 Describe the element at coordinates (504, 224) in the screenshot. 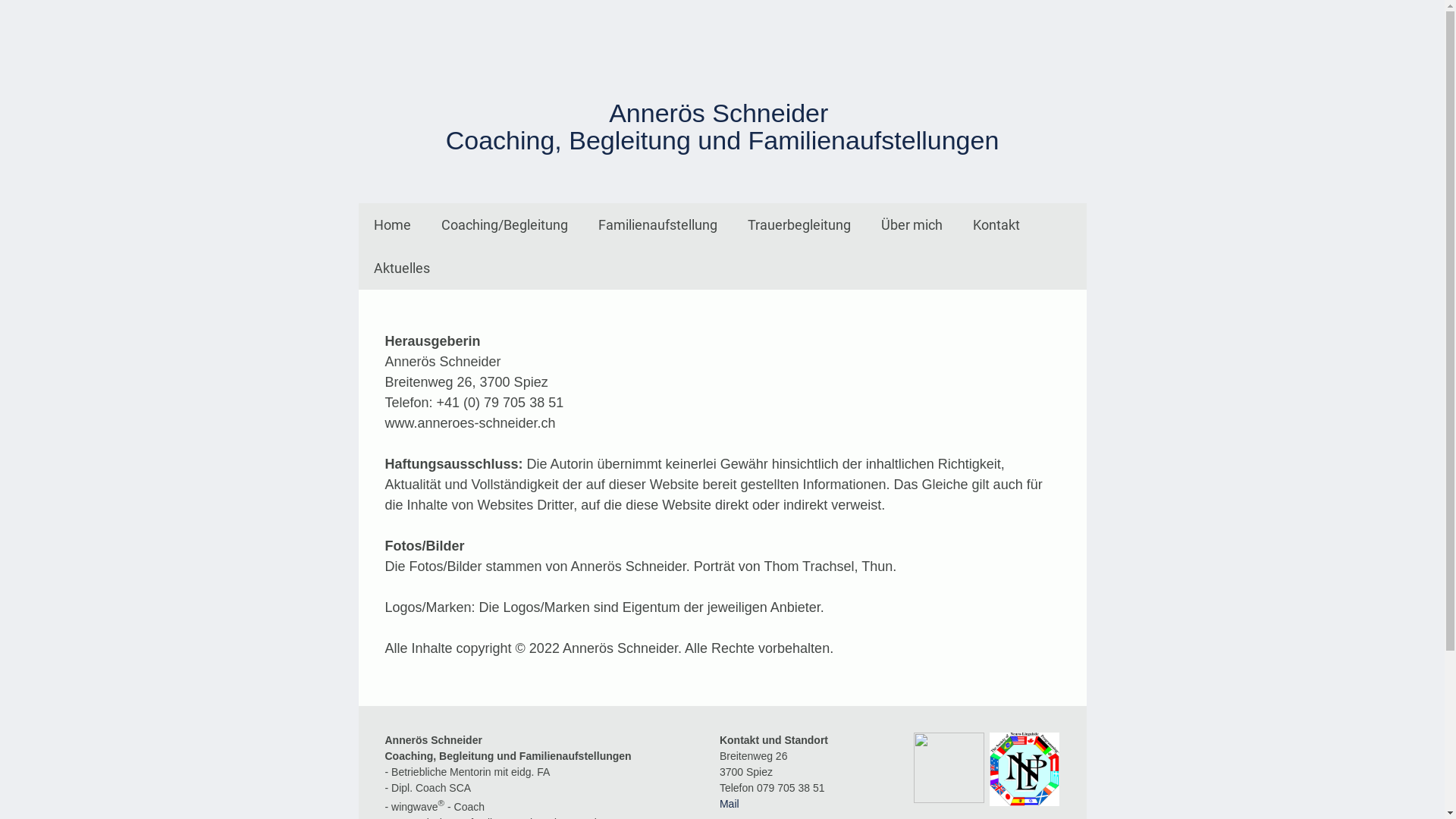

I see `'Coaching/Begleitung'` at that location.